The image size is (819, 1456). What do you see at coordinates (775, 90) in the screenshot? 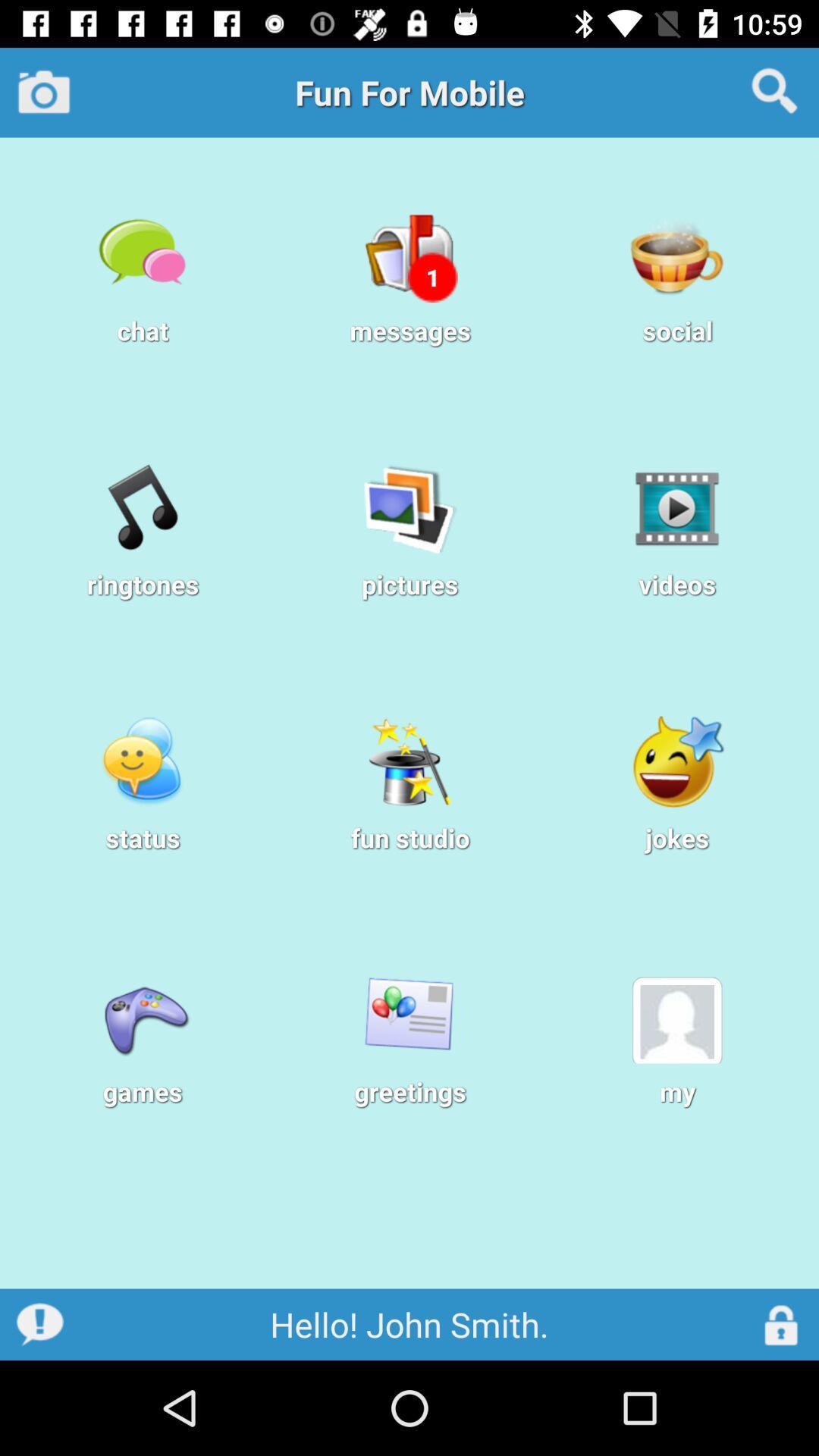
I see `the icon at the top right corner of the page` at bounding box center [775, 90].